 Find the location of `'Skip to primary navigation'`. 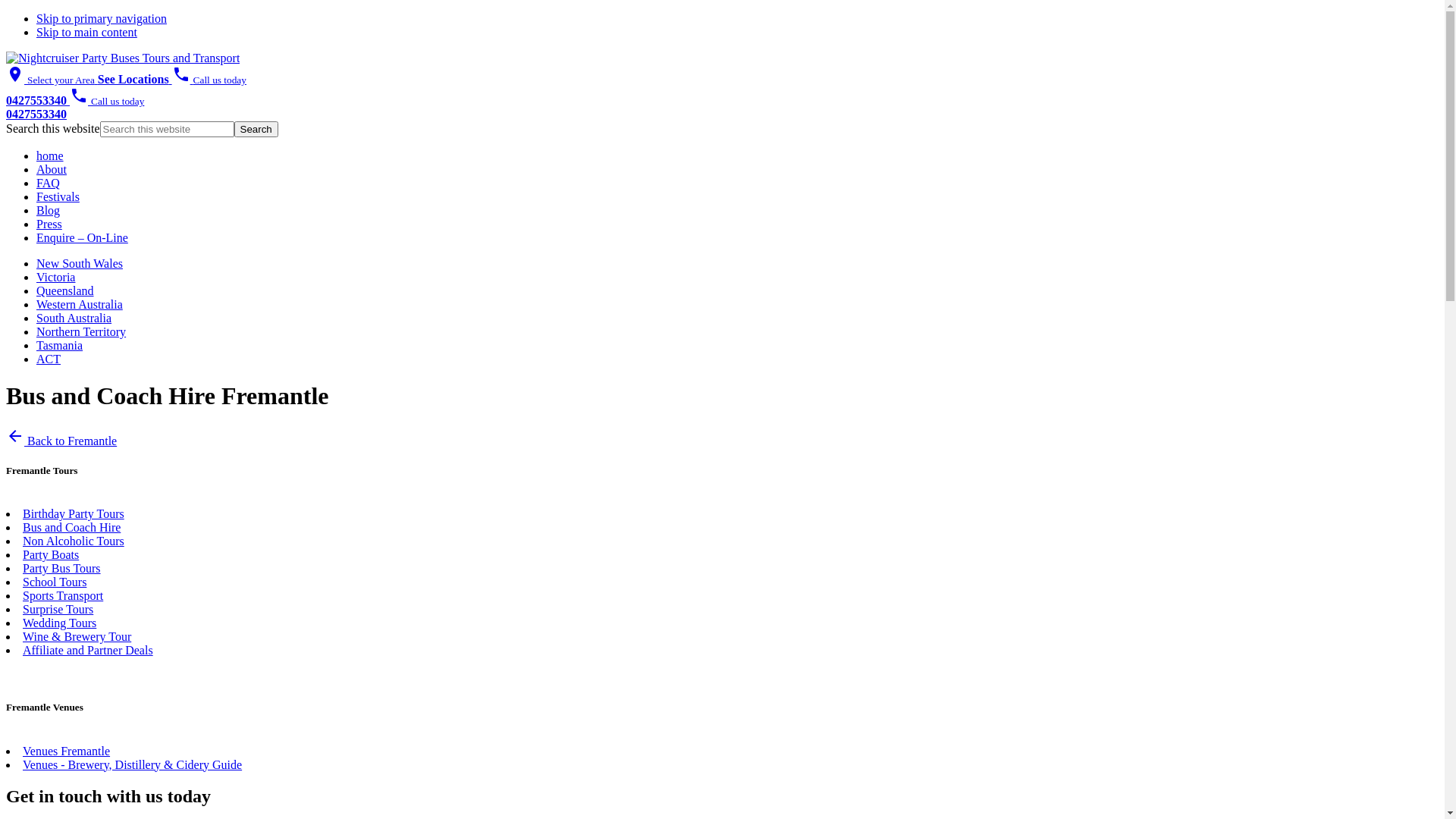

'Skip to primary navigation' is located at coordinates (101, 18).